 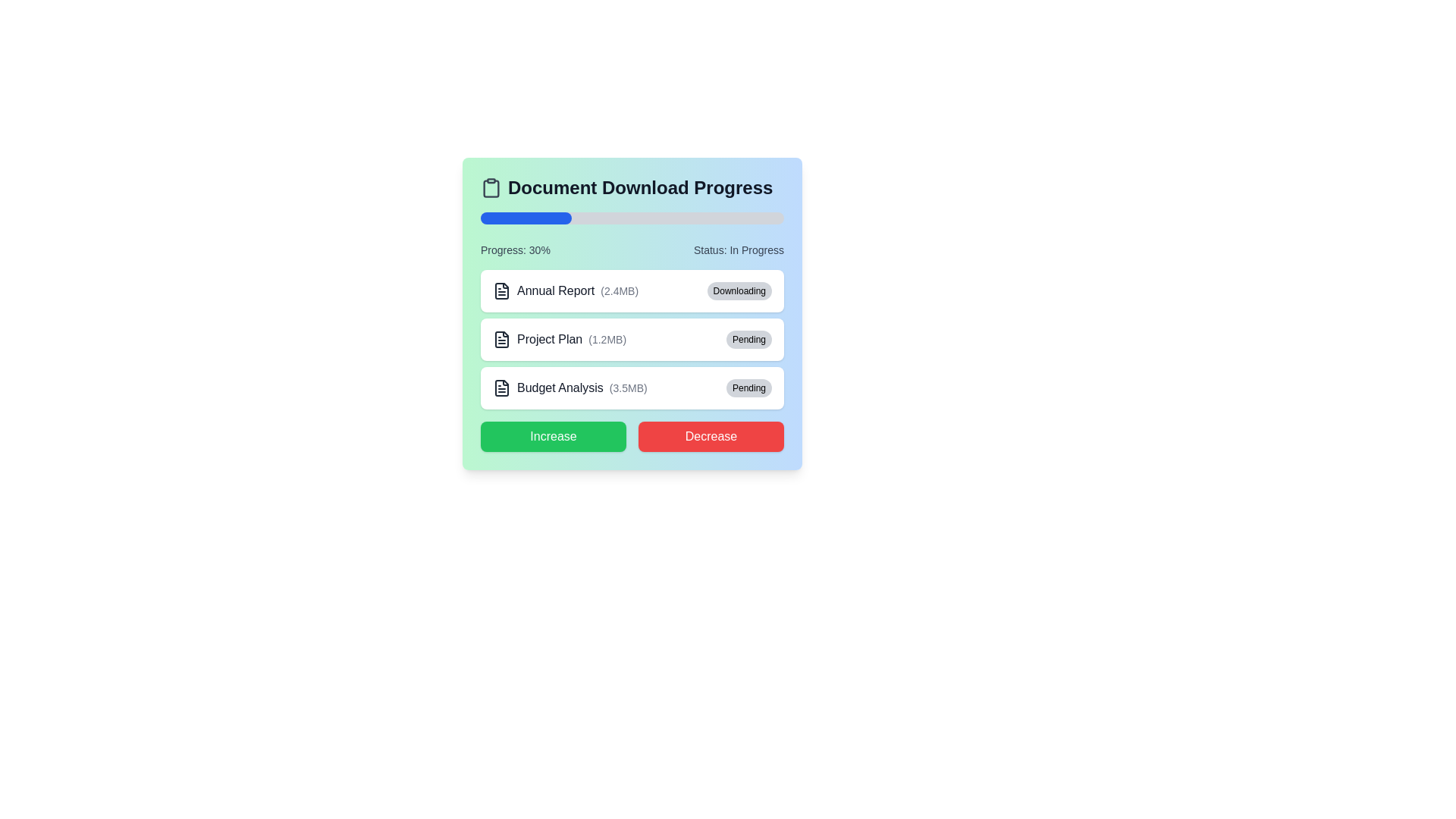 What do you see at coordinates (552, 436) in the screenshot?
I see `the rectangular button with a bright green background and white text reading 'Increase' located in the bottom section of the 'Document Download Progress' interface` at bounding box center [552, 436].